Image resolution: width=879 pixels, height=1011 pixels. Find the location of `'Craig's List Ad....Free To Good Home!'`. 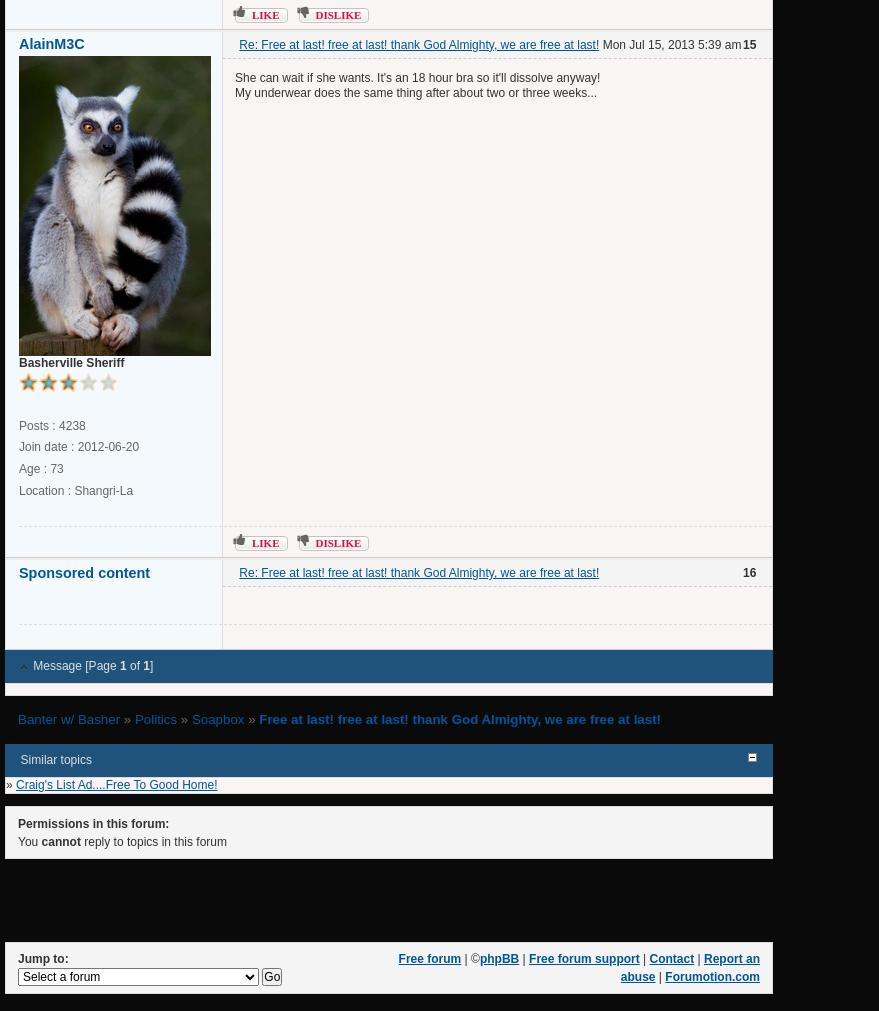

'Craig's List Ad....Free To Good Home!' is located at coordinates (115, 783).